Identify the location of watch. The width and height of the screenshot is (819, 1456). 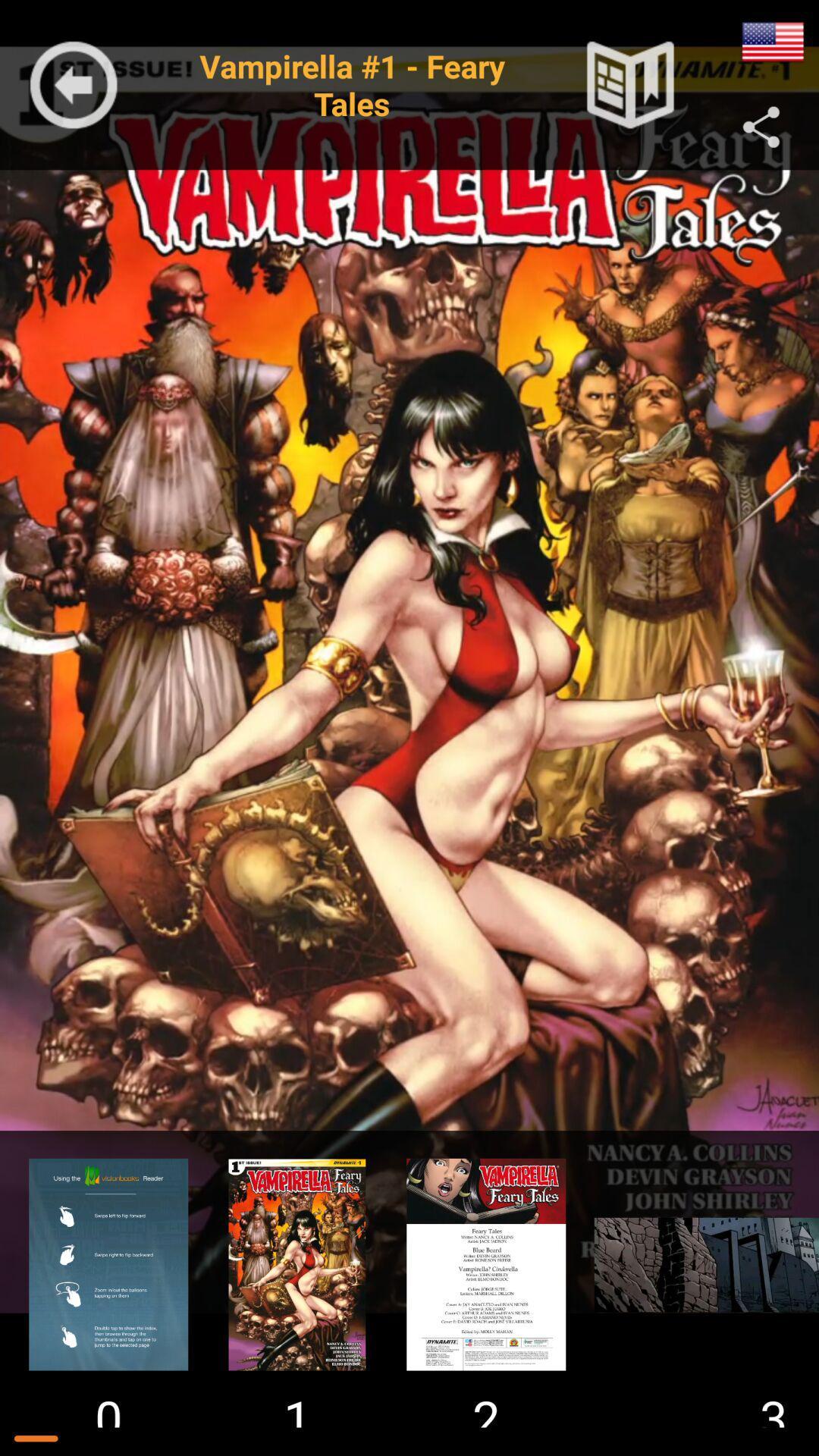
(297, 1265).